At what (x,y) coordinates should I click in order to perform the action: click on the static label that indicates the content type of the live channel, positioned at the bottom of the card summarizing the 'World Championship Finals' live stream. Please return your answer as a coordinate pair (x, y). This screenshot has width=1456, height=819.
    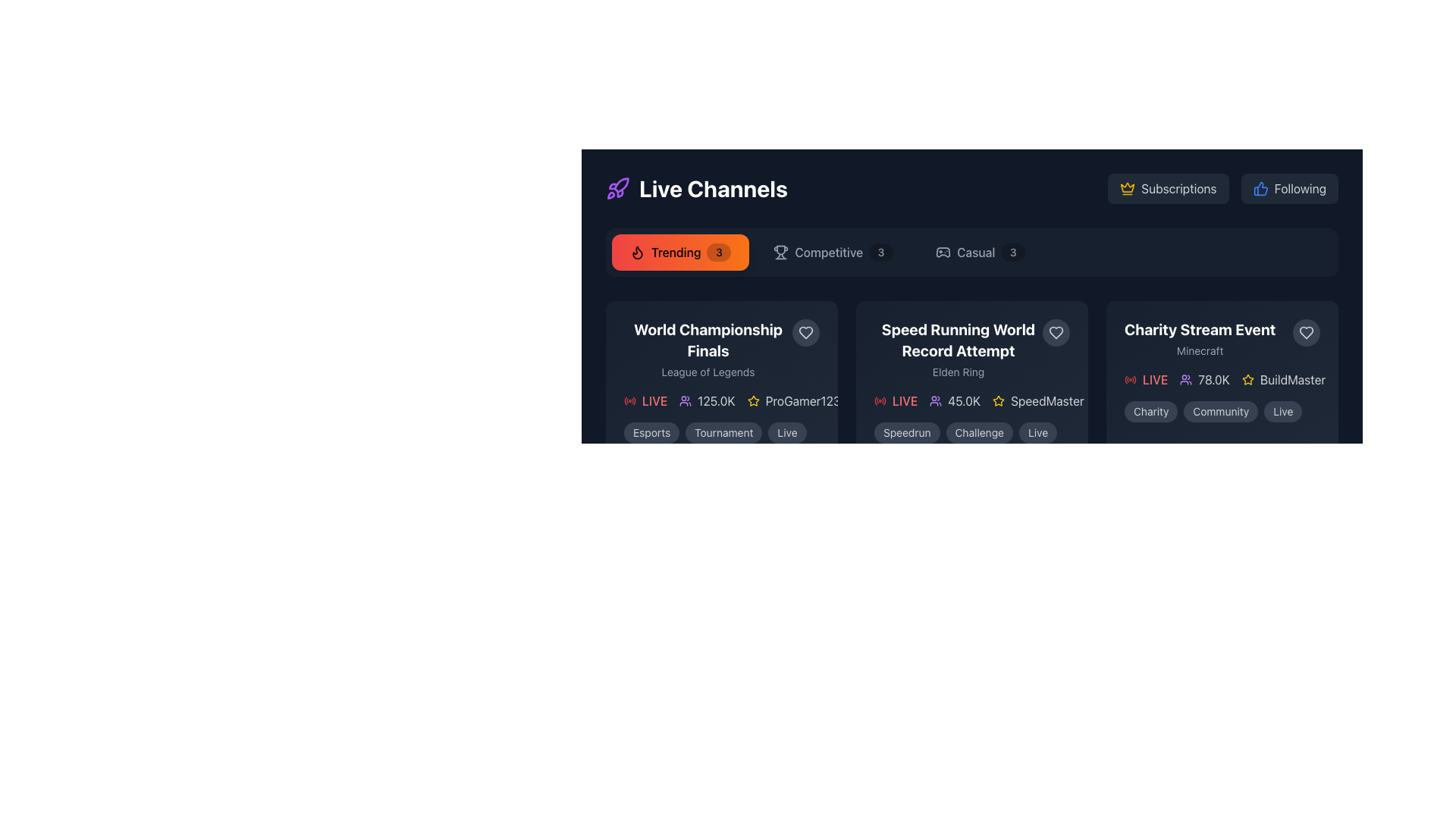
    Looking at the image, I should click on (720, 432).